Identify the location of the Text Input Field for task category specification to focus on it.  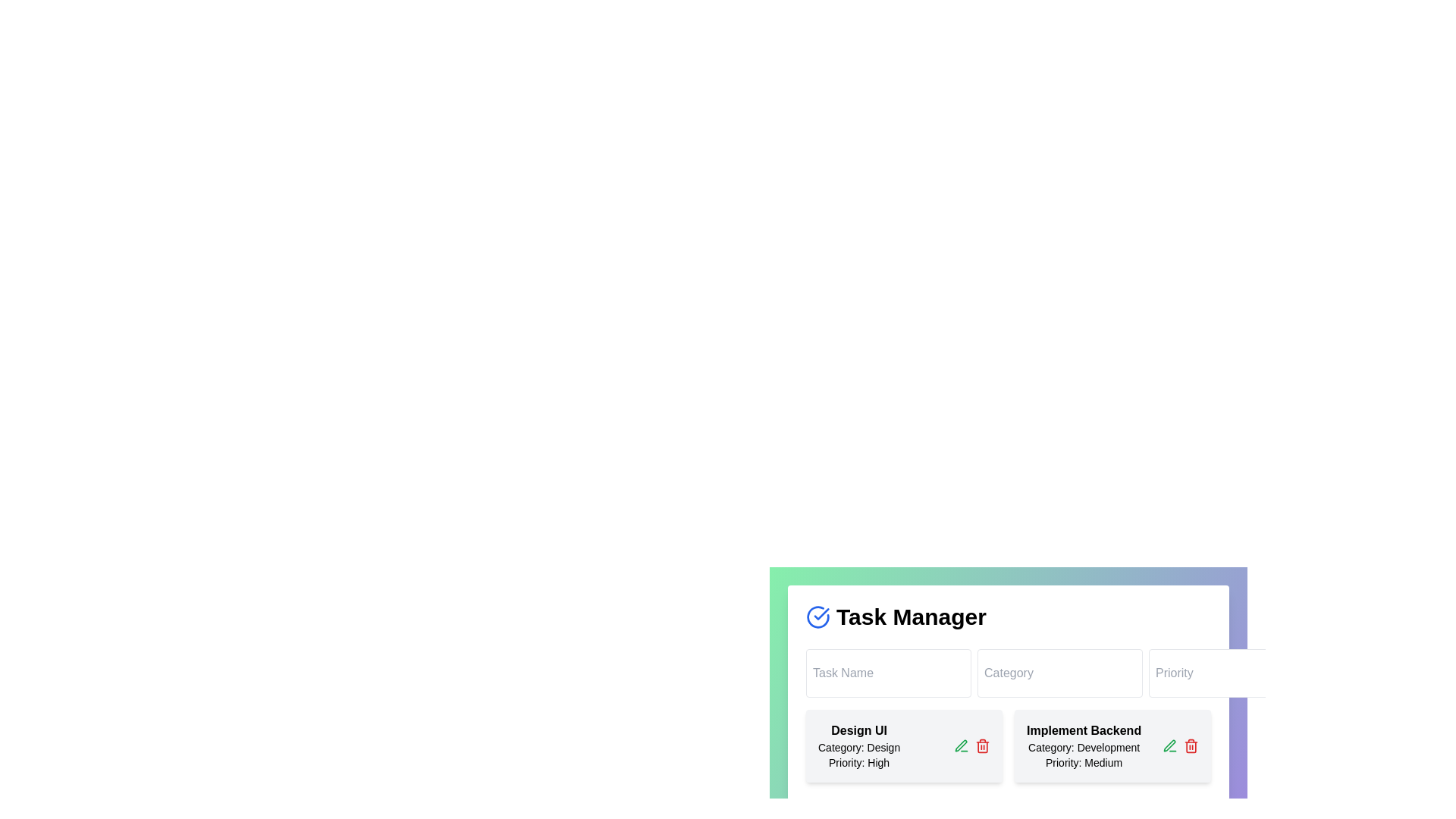
(1008, 672).